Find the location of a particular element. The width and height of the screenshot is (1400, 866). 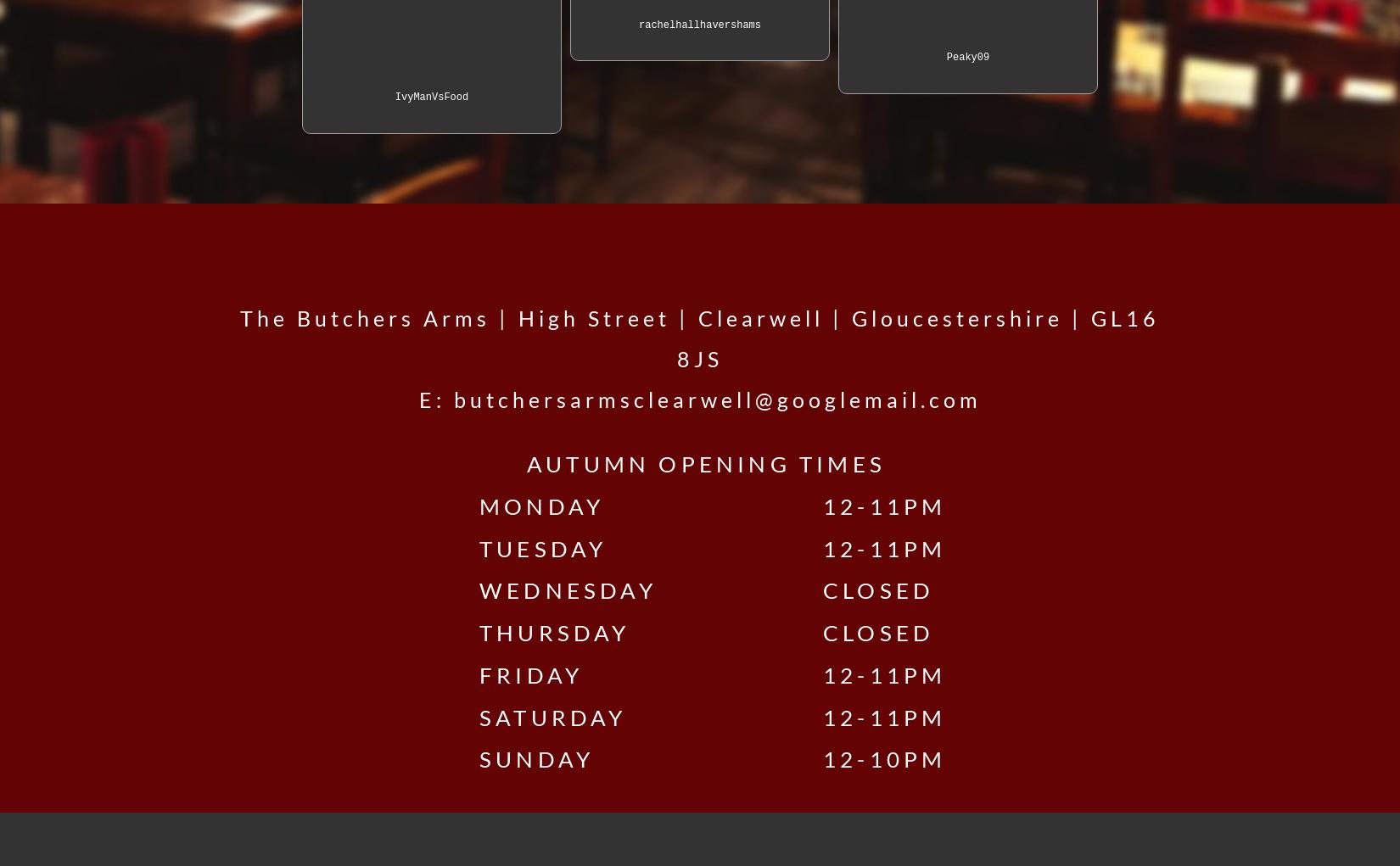

'IvyManVsFood' is located at coordinates (430, 96).